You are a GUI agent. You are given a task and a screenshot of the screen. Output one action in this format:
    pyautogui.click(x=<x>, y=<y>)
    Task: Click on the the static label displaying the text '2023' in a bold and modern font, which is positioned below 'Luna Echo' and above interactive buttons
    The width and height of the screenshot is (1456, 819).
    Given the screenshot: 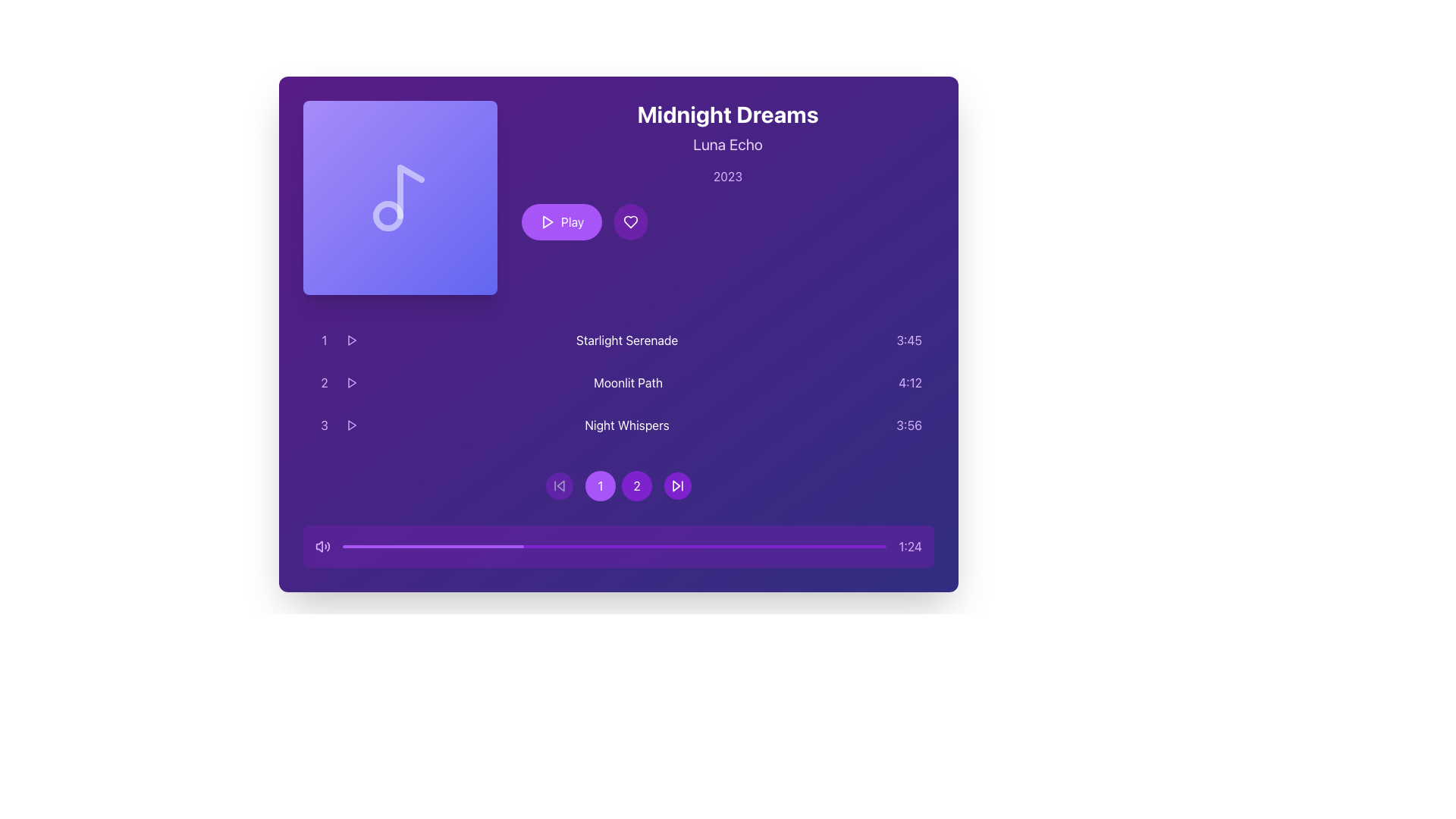 What is the action you would take?
    pyautogui.click(x=728, y=175)
    